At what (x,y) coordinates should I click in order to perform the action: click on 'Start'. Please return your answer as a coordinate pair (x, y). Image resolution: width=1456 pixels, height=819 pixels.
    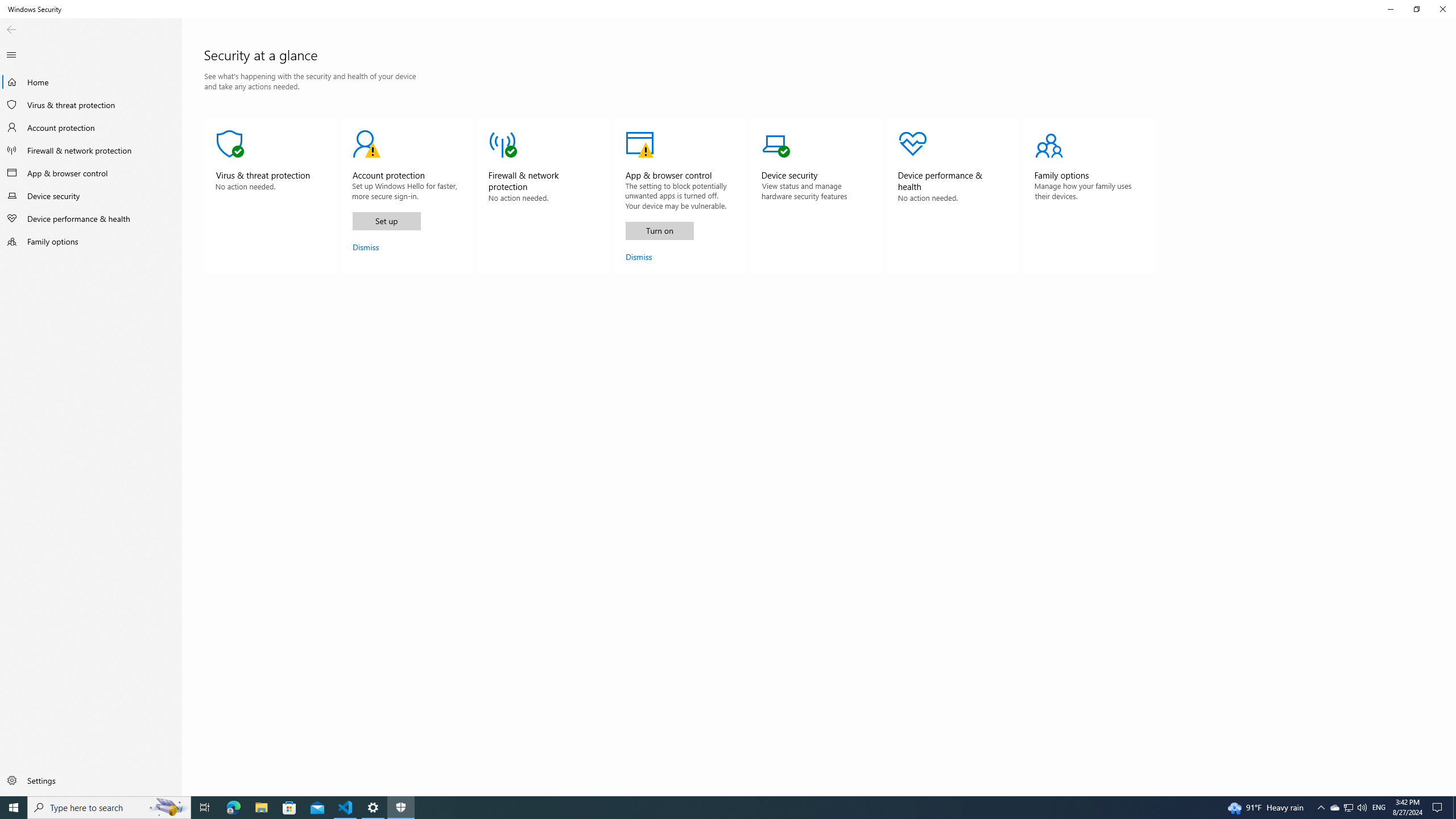
    Looking at the image, I should click on (14, 806).